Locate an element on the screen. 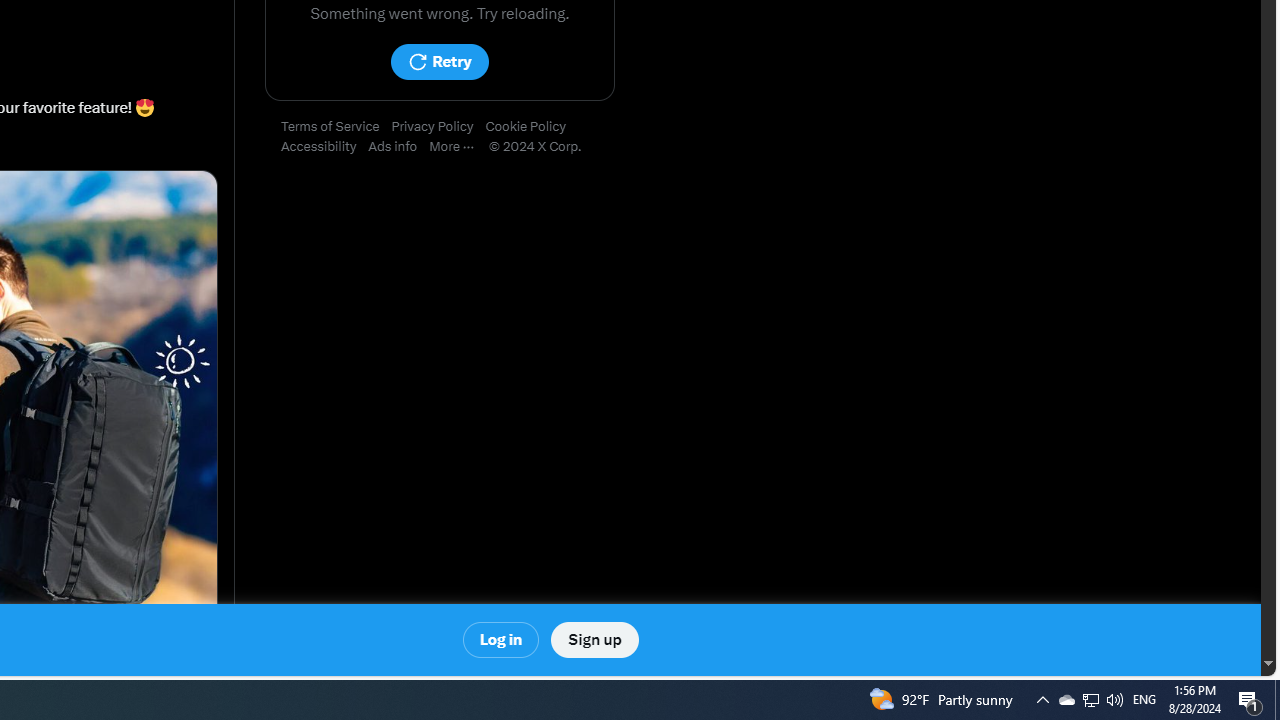  'Cookie Policy' is located at coordinates (531, 127).